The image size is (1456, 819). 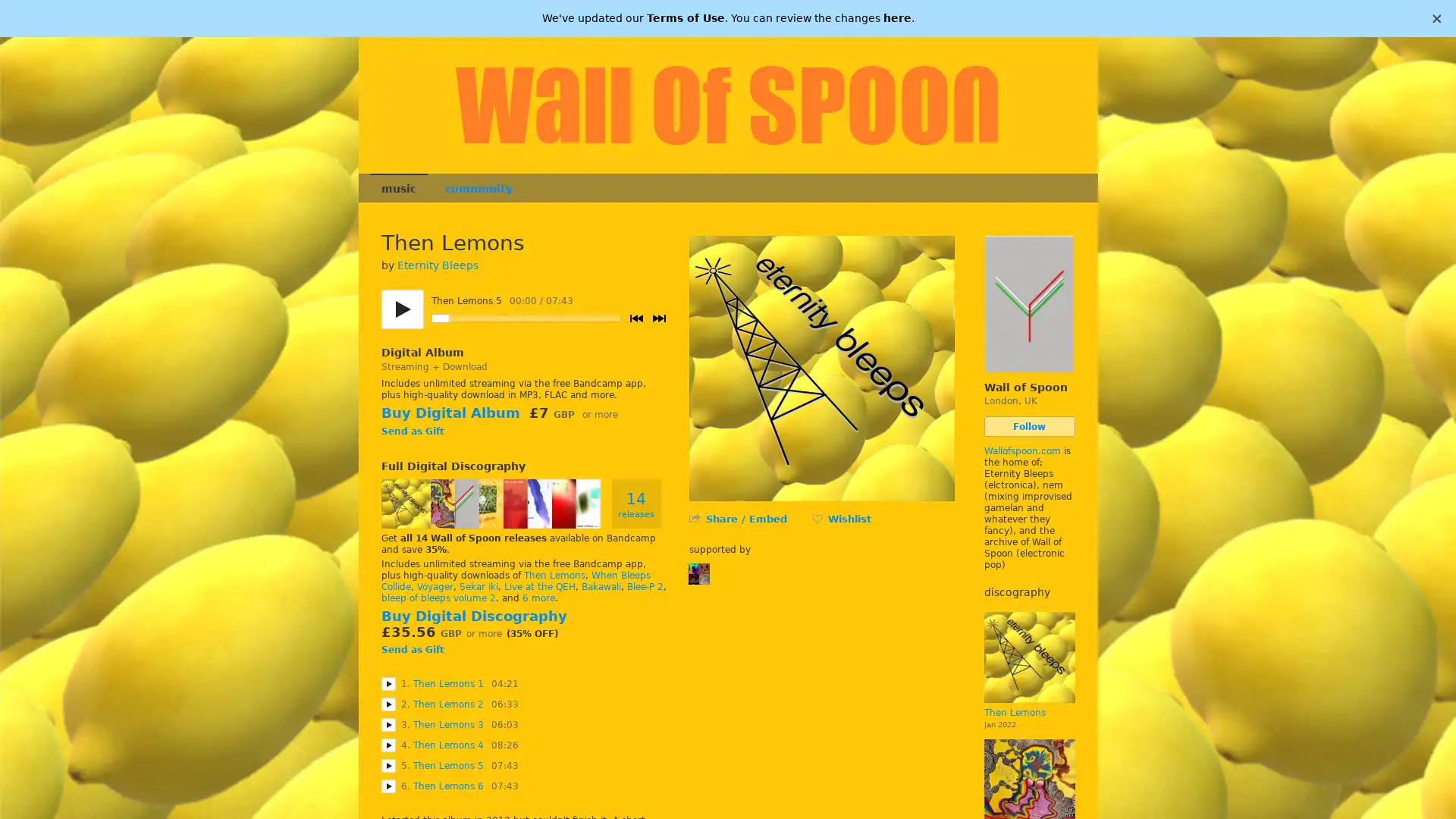 I want to click on Play Then Lemons 2, so click(x=388, y=704).